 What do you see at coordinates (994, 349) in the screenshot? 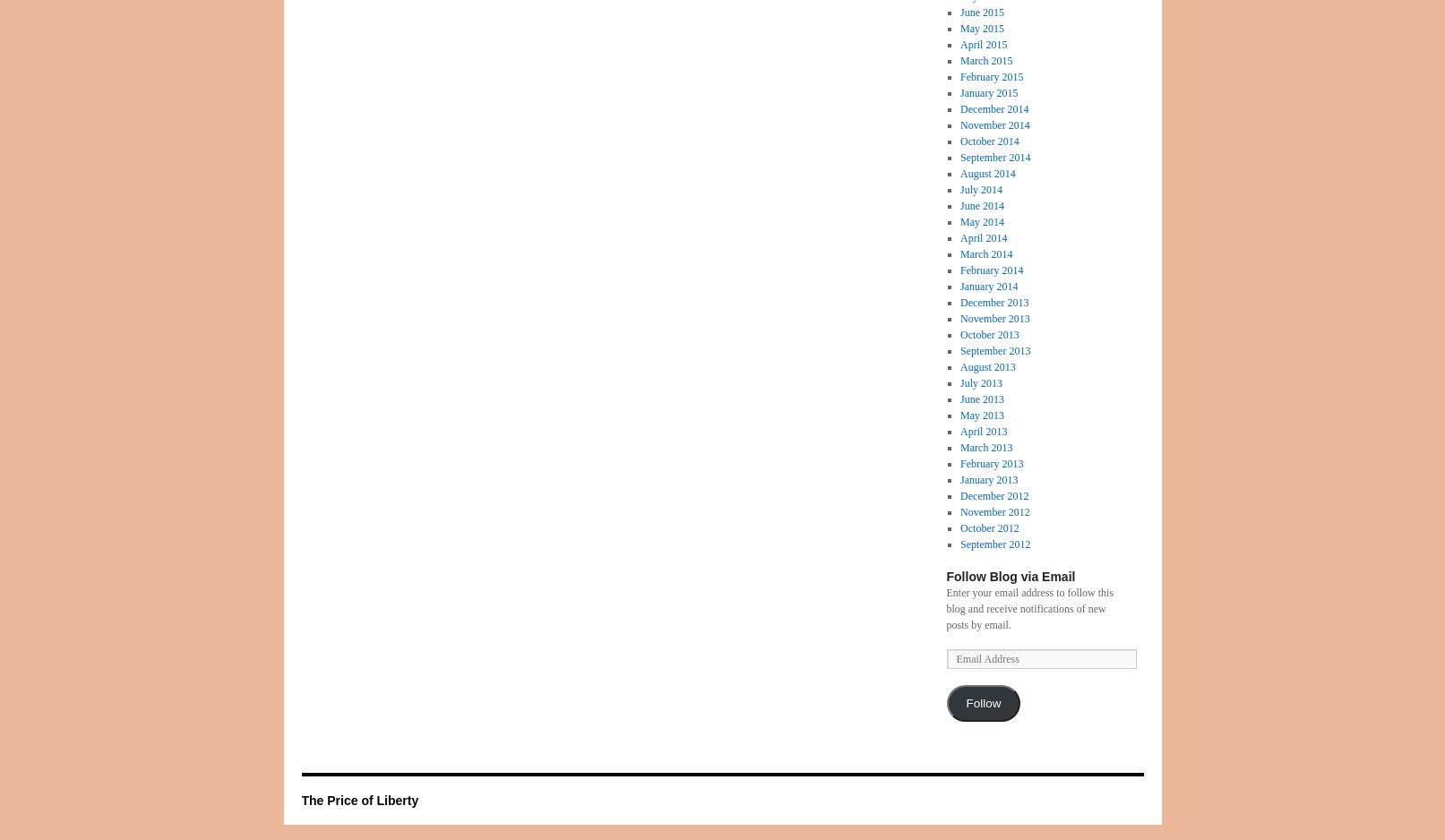
I see `'September 2013'` at bounding box center [994, 349].